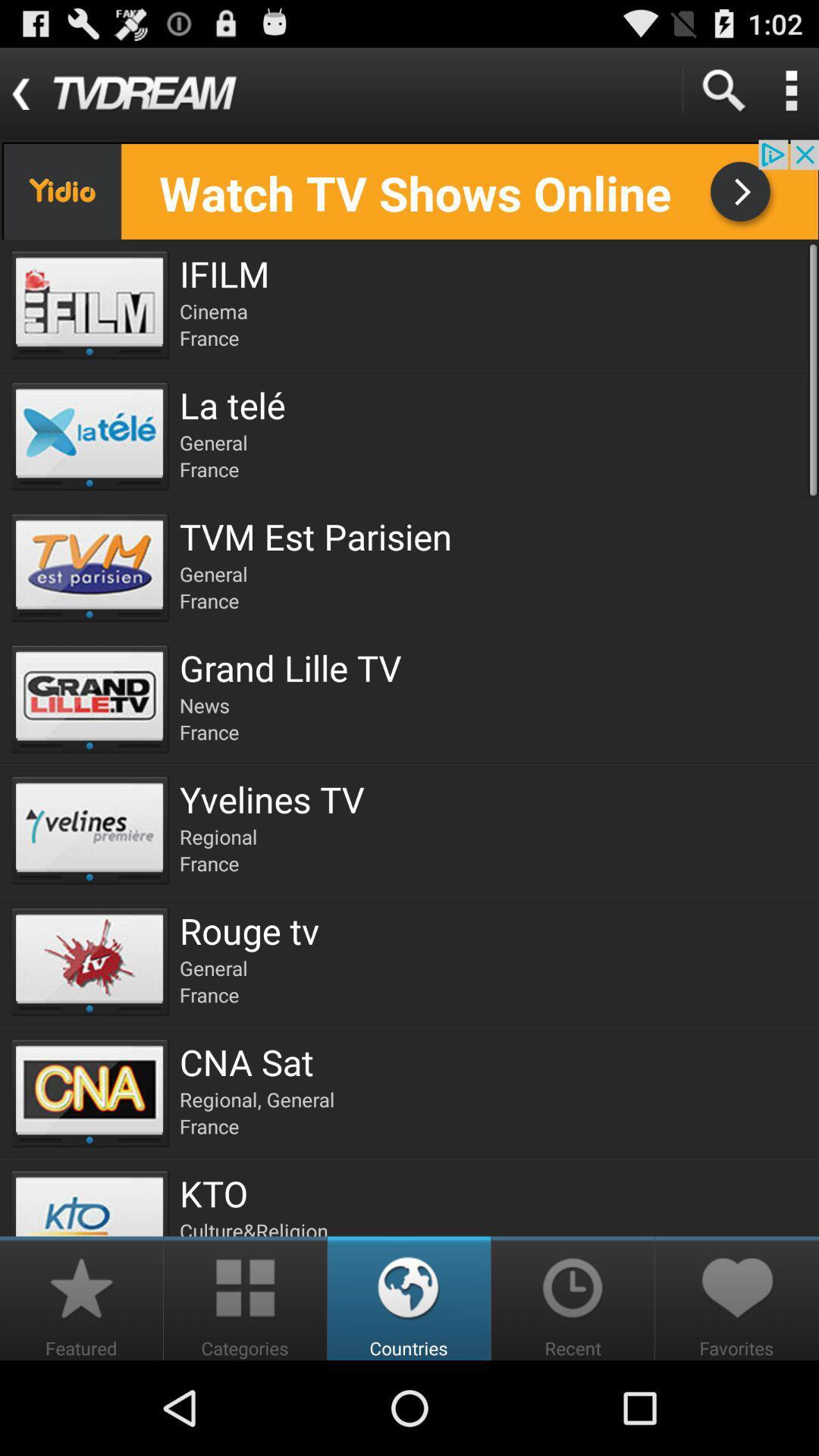 The image size is (819, 1456). Describe the element at coordinates (409, 189) in the screenshot. I see `previous` at that location.